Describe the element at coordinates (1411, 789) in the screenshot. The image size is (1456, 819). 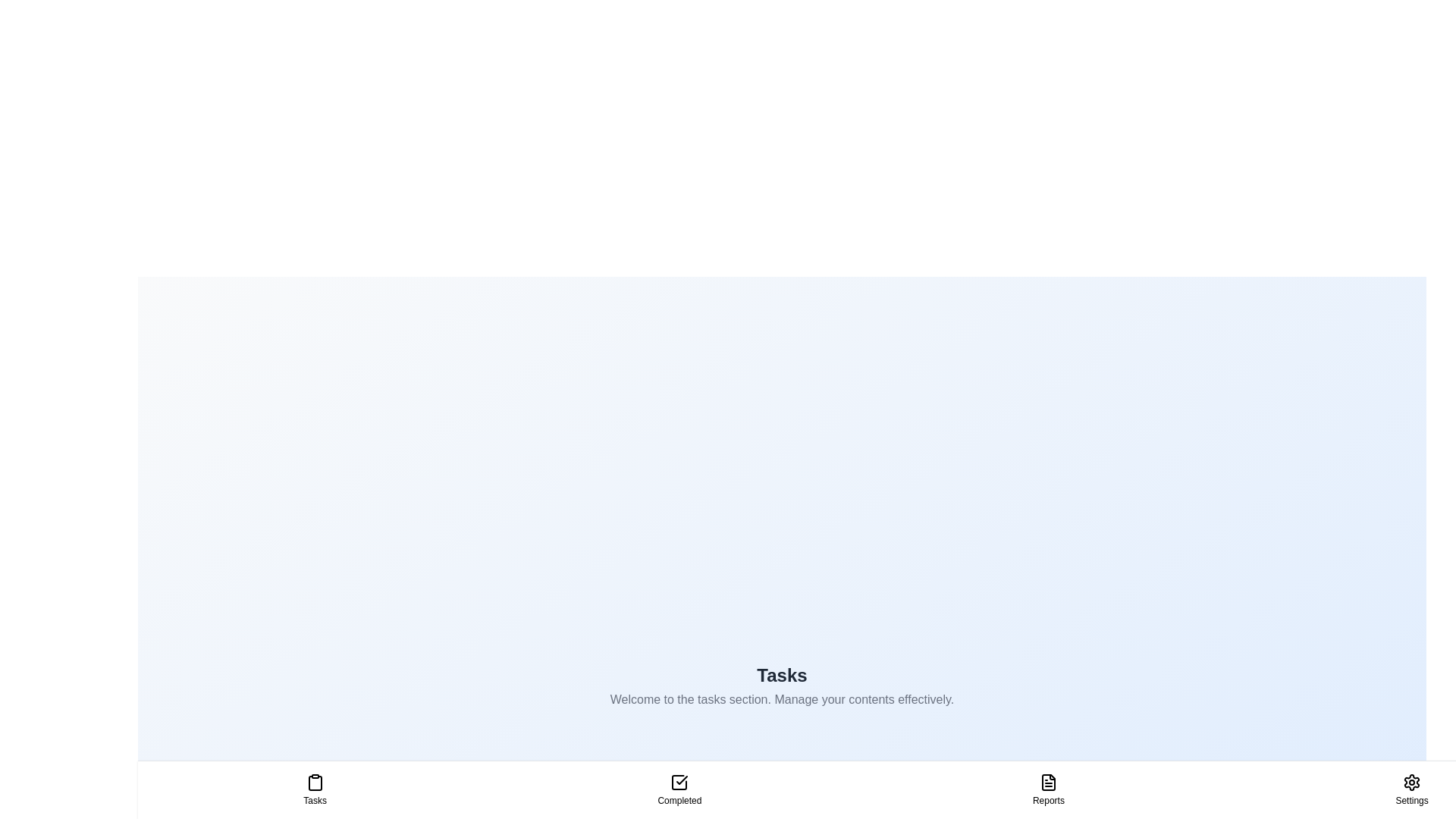
I see `the Settings tab to navigate to it` at that location.